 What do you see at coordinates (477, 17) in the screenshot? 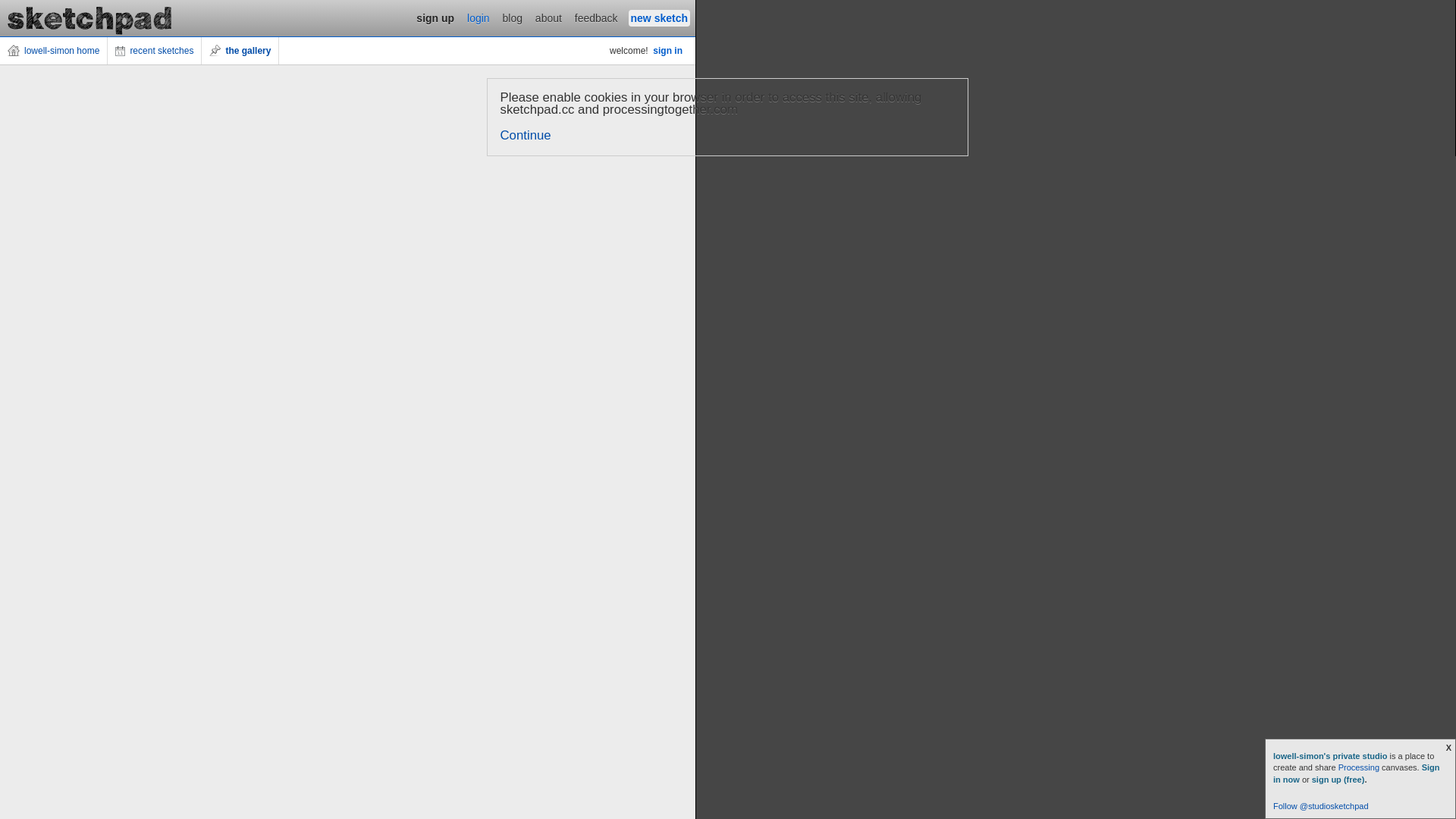
I see `'login'` at bounding box center [477, 17].